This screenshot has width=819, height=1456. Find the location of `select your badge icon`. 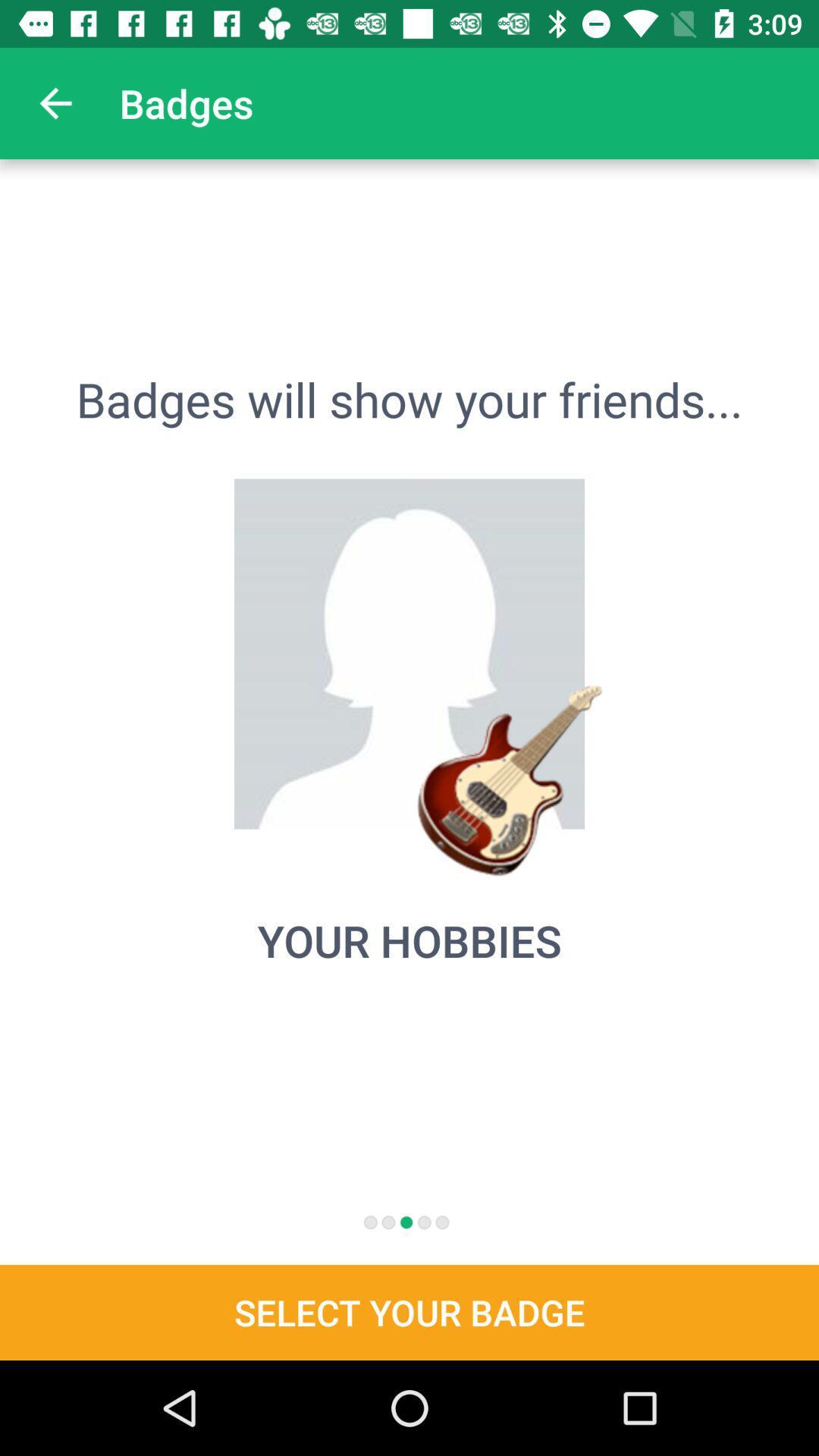

select your badge icon is located at coordinates (409, 1312).